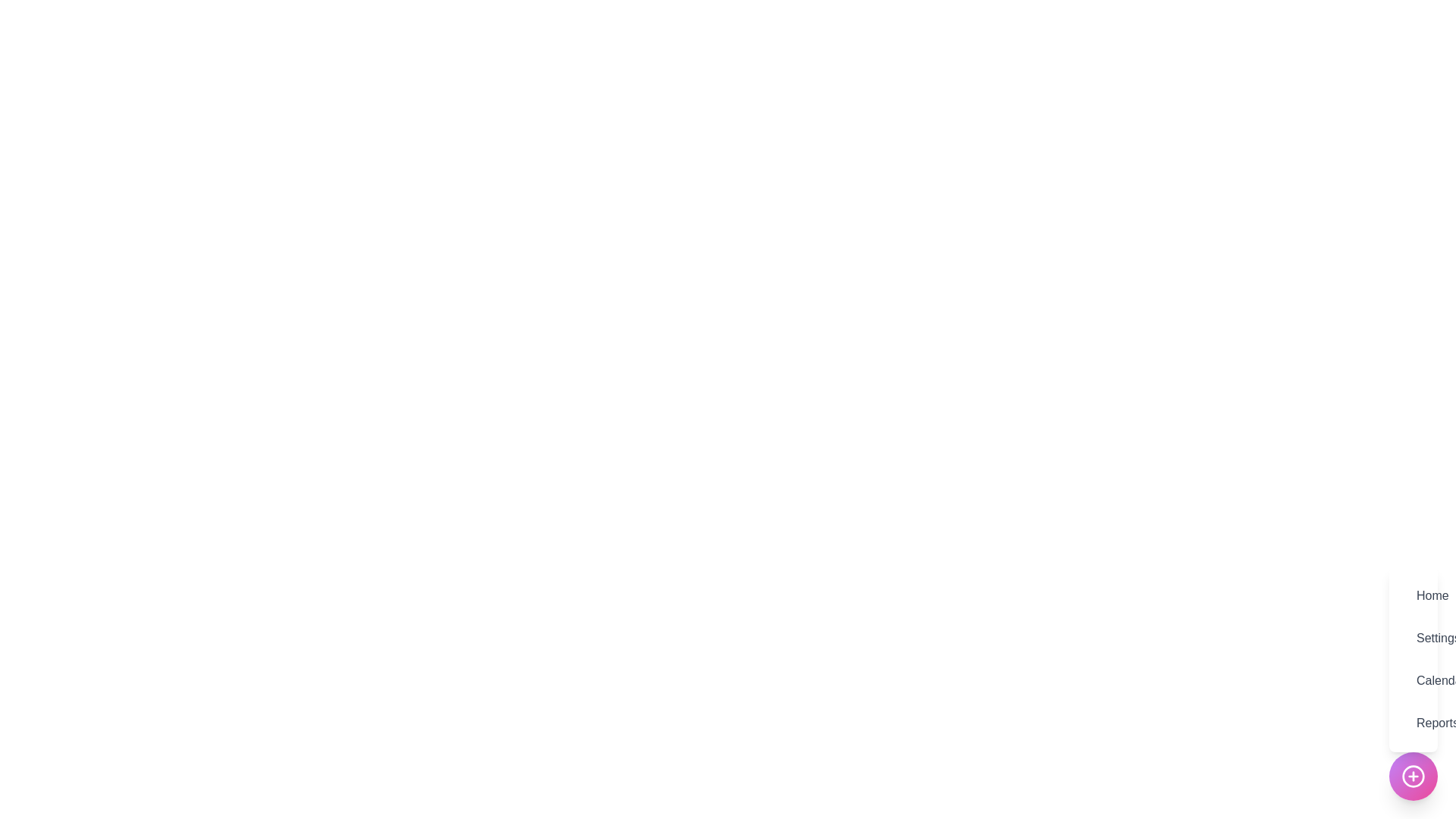 The image size is (1456, 819). Describe the element at coordinates (1412, 722) in the screenshot. I see `the menu item labeled Reports to see its hover effect` at that location.